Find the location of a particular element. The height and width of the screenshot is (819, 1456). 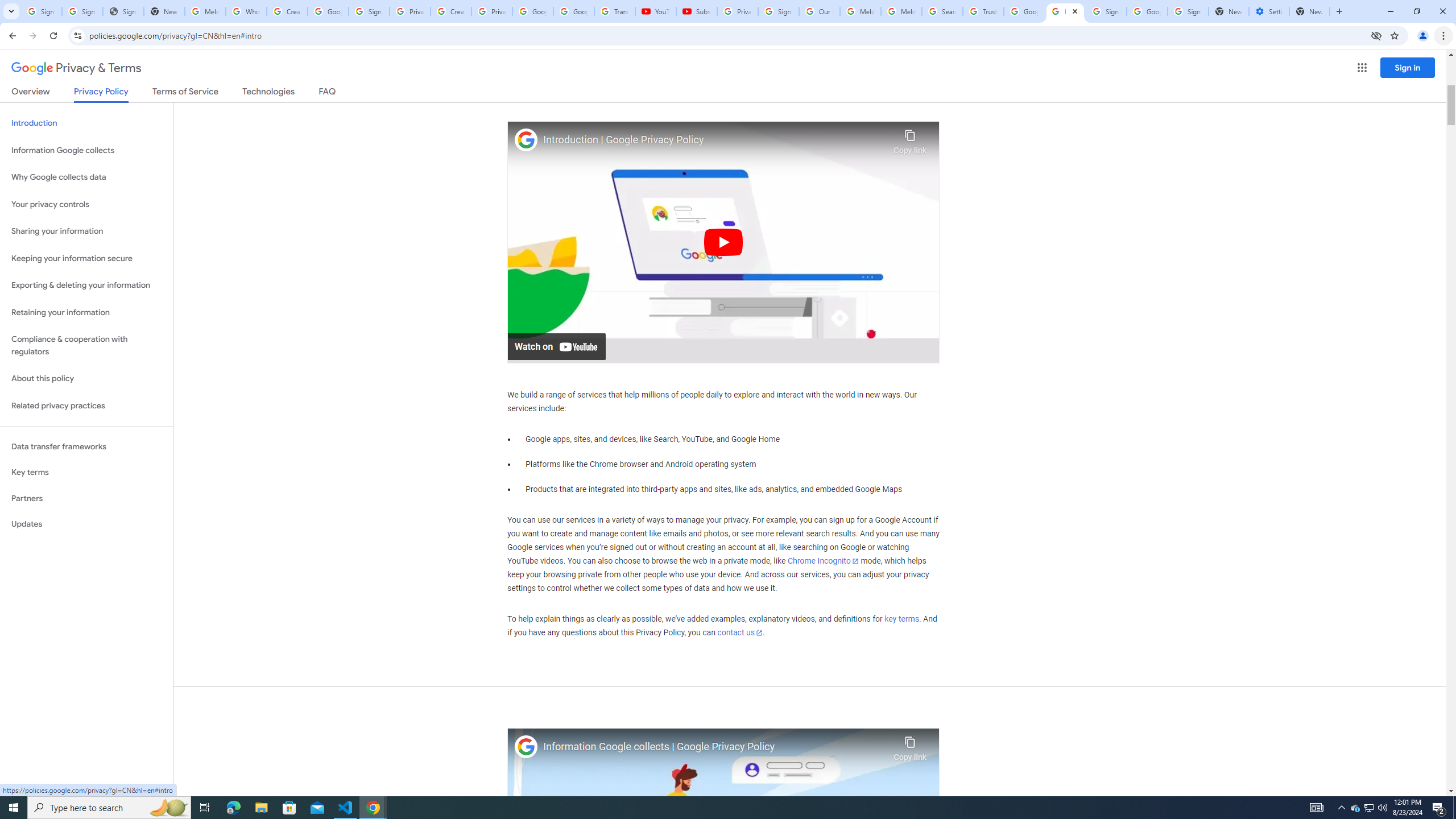

'Related privacy practices' is located at coordinates (86, 405).